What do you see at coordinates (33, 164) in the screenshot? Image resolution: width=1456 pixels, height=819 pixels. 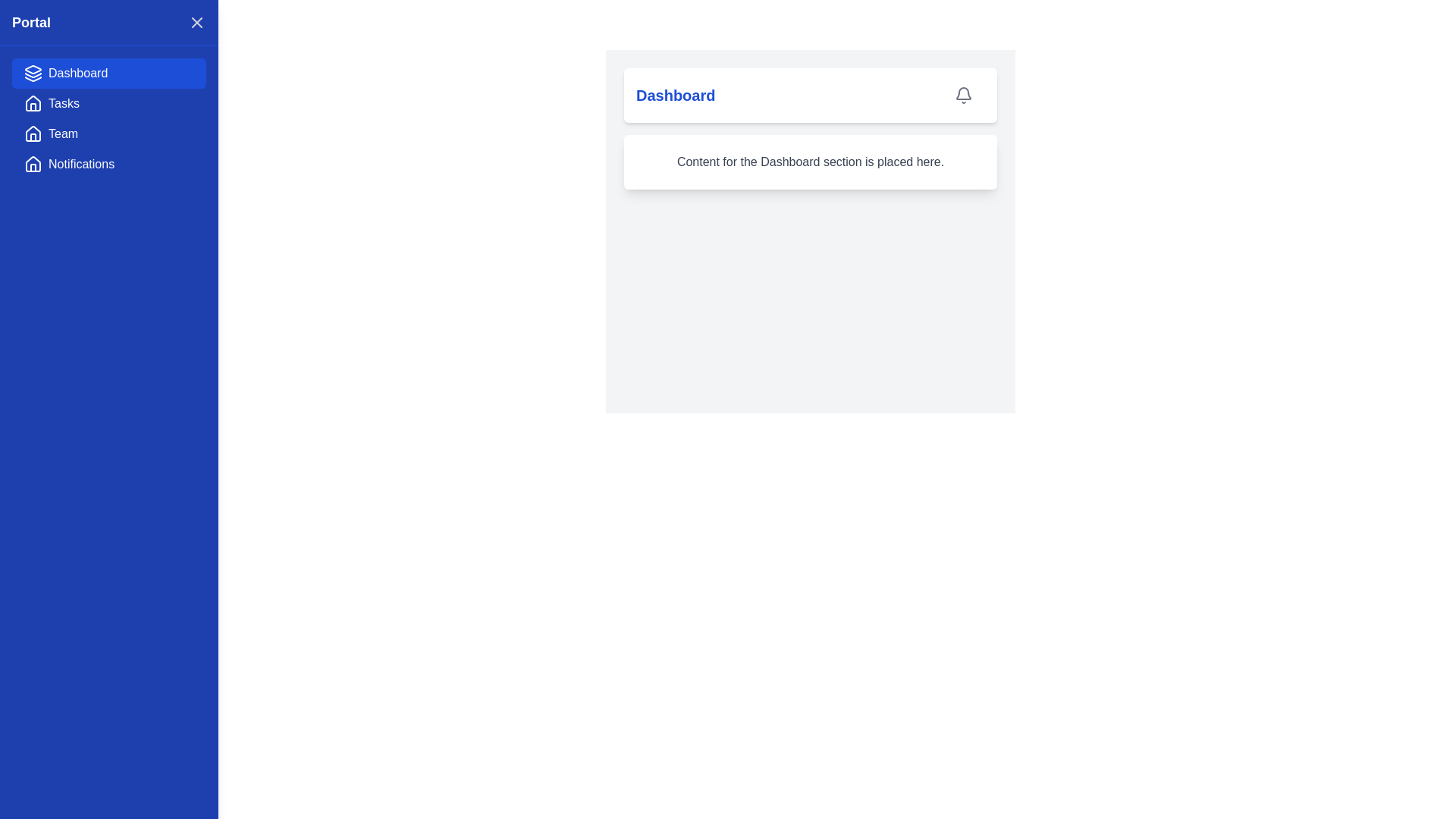 I see `the house icon in outlined style located in the navigation menu next to the 'Notifications' label` at bounding box center [33, 164].